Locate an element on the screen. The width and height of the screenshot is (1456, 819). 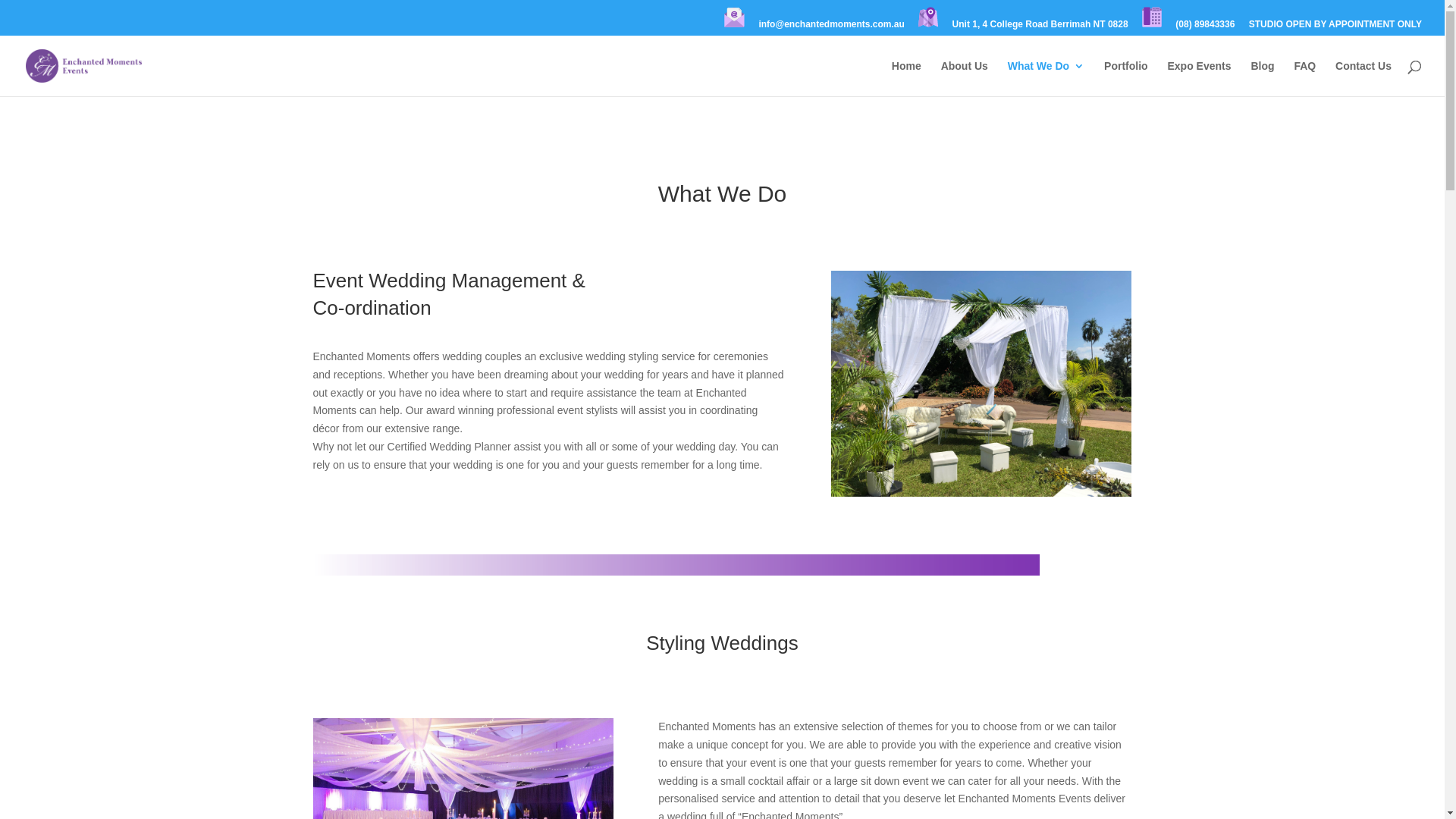
'Expo Events' is located at coordinates (1167, 78).